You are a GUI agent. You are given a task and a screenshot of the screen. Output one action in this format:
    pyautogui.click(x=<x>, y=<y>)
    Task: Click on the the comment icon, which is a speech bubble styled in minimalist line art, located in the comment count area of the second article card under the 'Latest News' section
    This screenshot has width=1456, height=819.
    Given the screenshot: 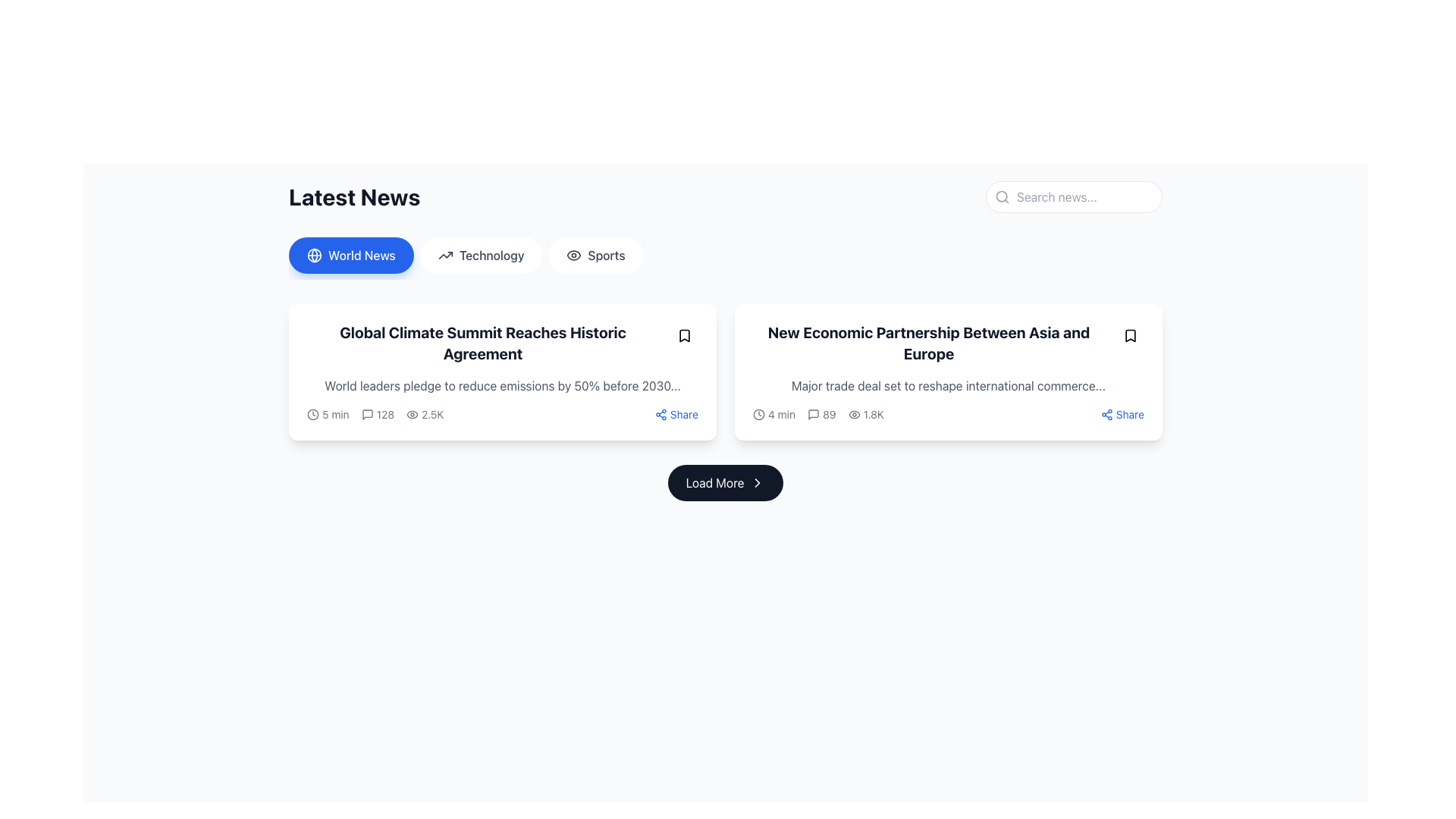 What is the action you would take?
    pyautogui.click(x=367, y=415)
    